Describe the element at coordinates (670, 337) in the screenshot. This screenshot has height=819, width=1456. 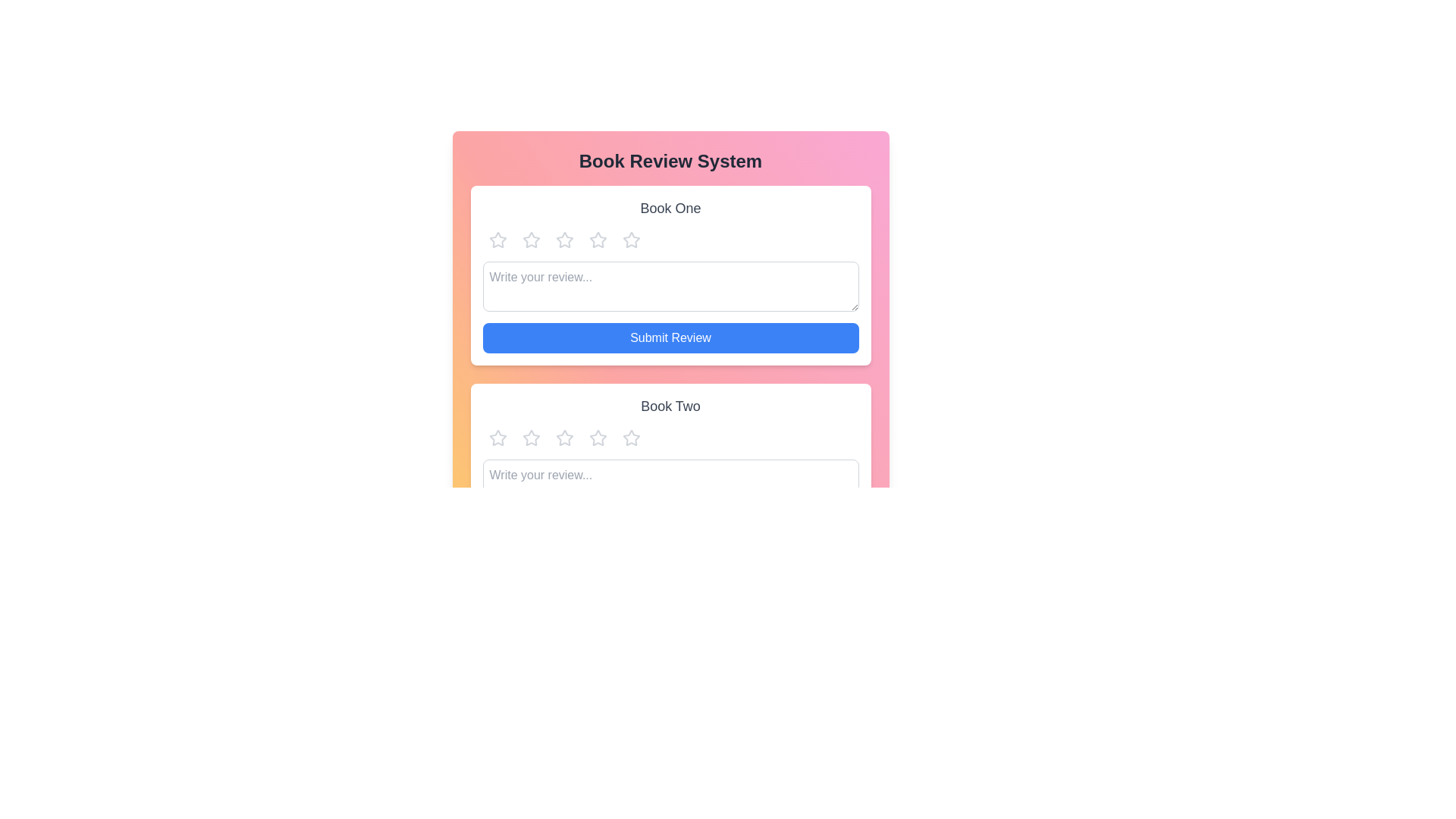
I see `'Submit Review' button for the first book` at that location.